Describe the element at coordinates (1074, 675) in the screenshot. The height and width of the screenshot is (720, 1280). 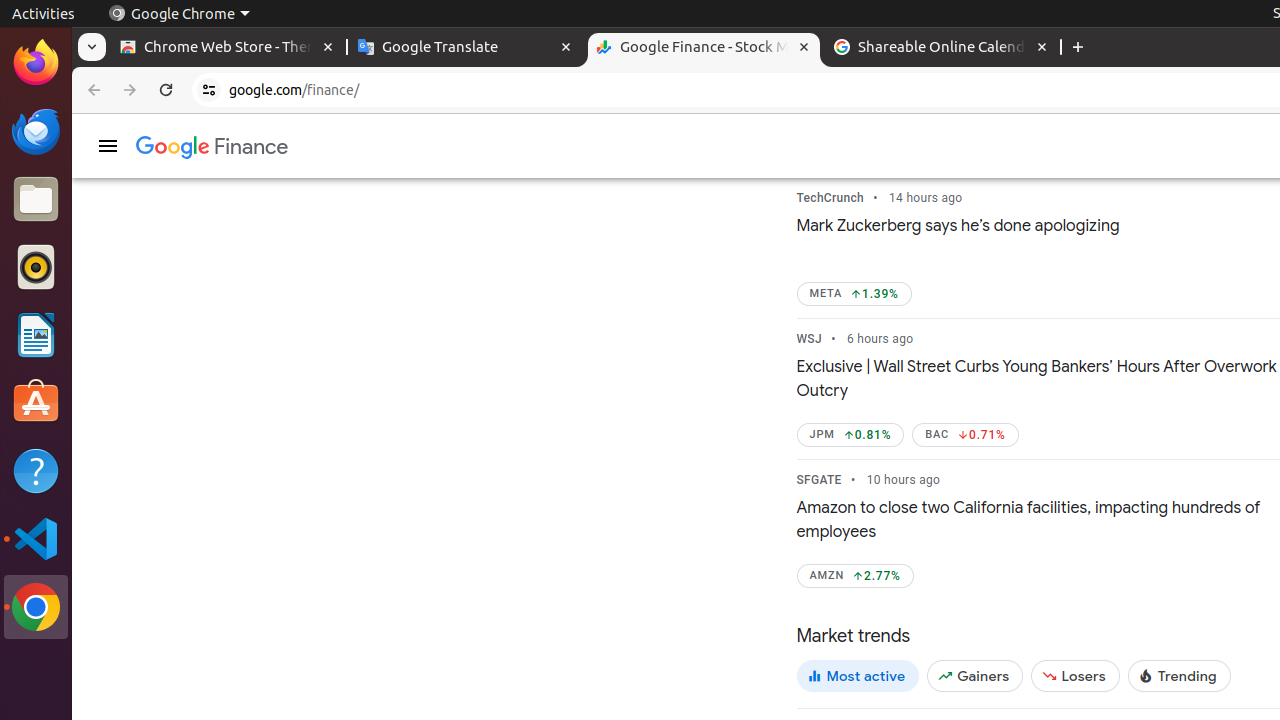
I see `'Losers'` at that location.